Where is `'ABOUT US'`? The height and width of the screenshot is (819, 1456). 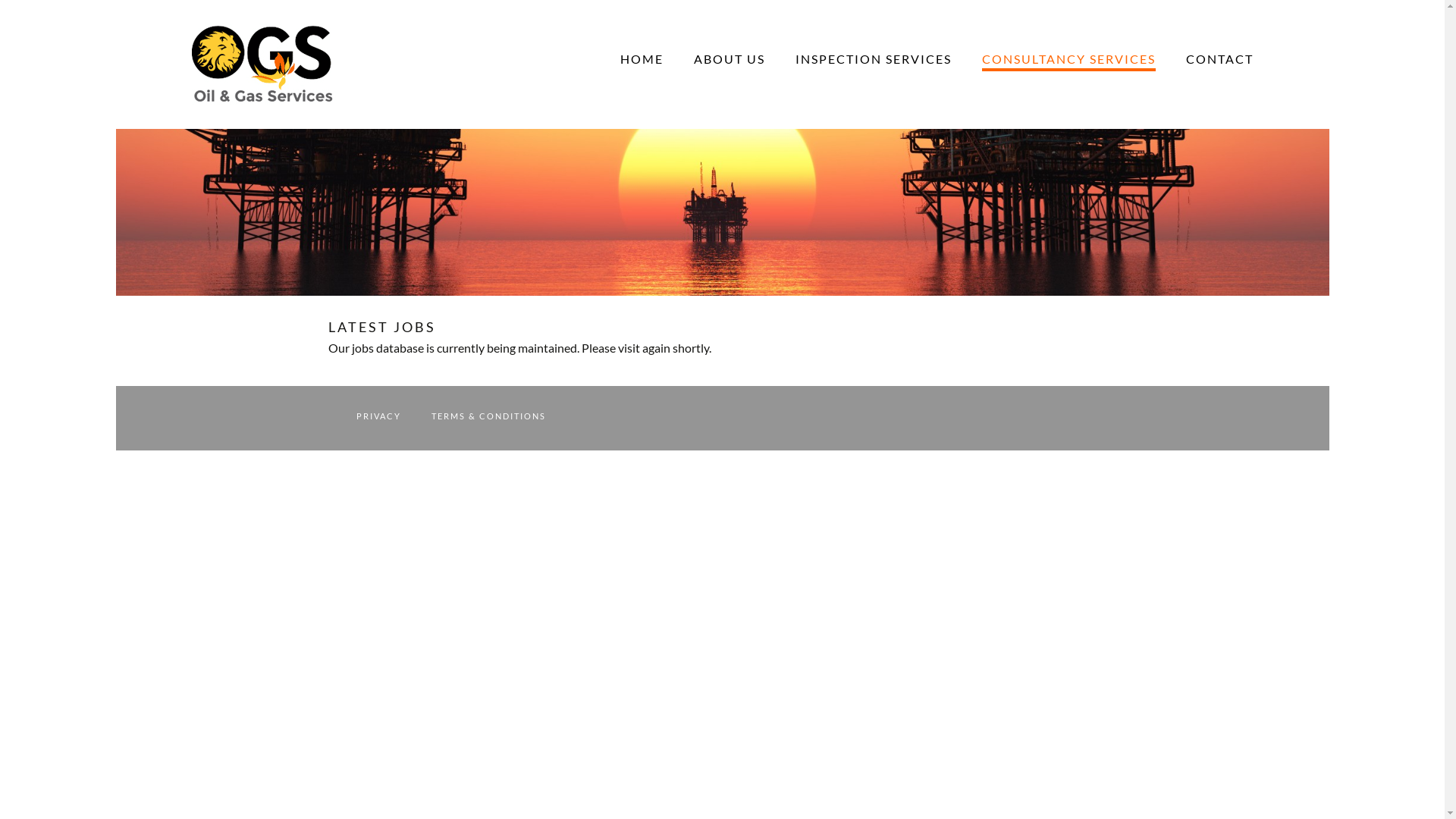
'ABOUT US' is located at coordinates (728, 58).